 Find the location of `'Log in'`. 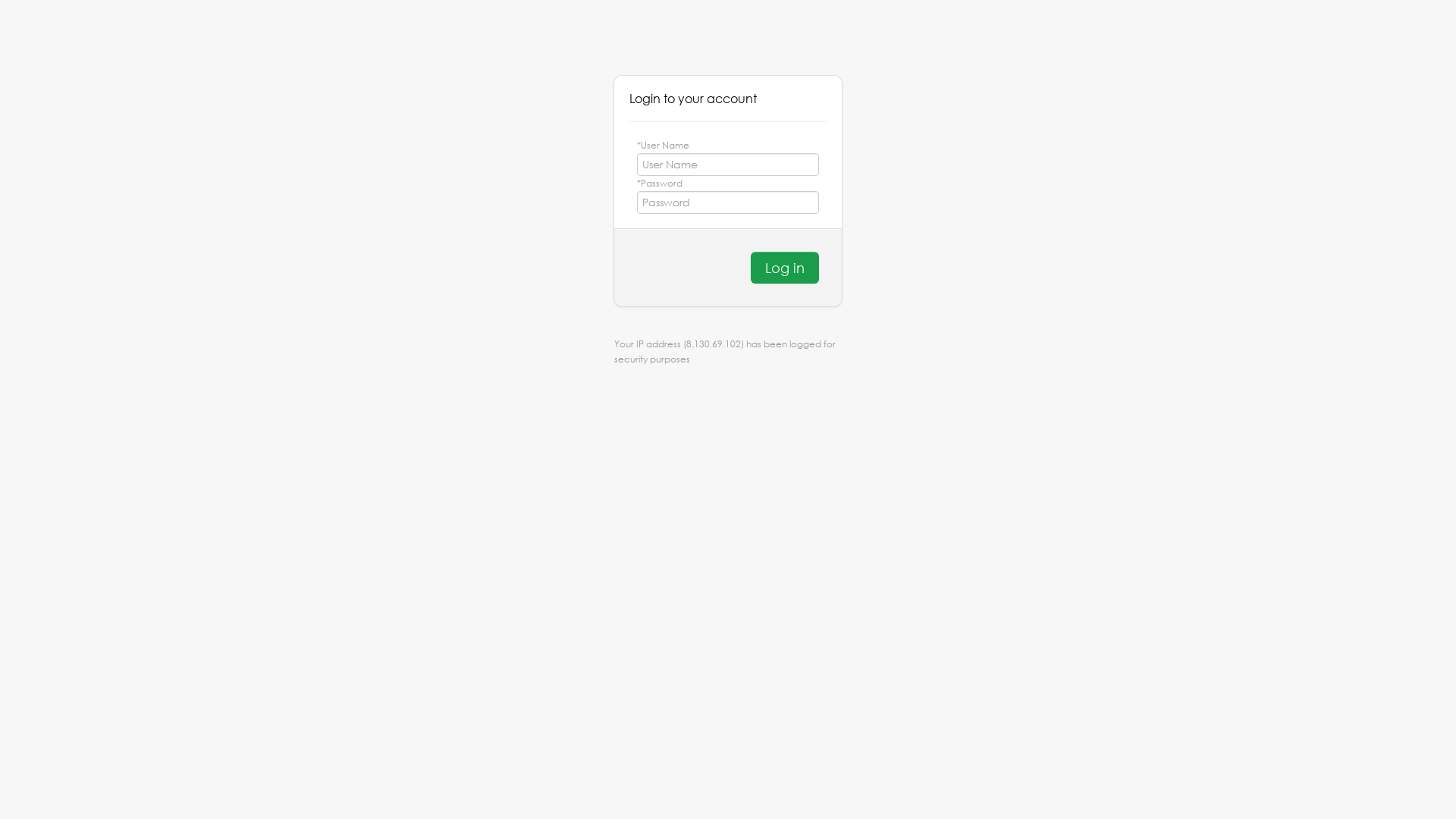

'Log in' is located at coordinates (750, 267).